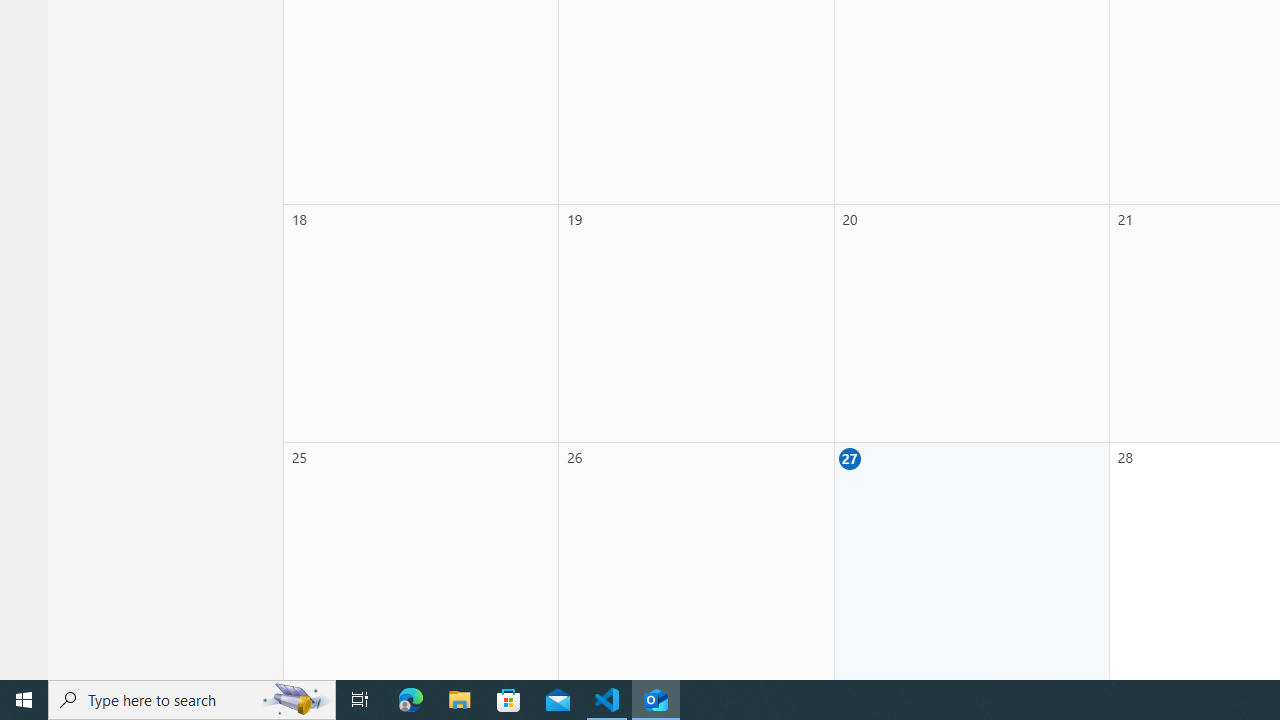  Describe the element at coordinates (410, 698) in the screenshot. I see `'Microsoft Edge'` at that location.